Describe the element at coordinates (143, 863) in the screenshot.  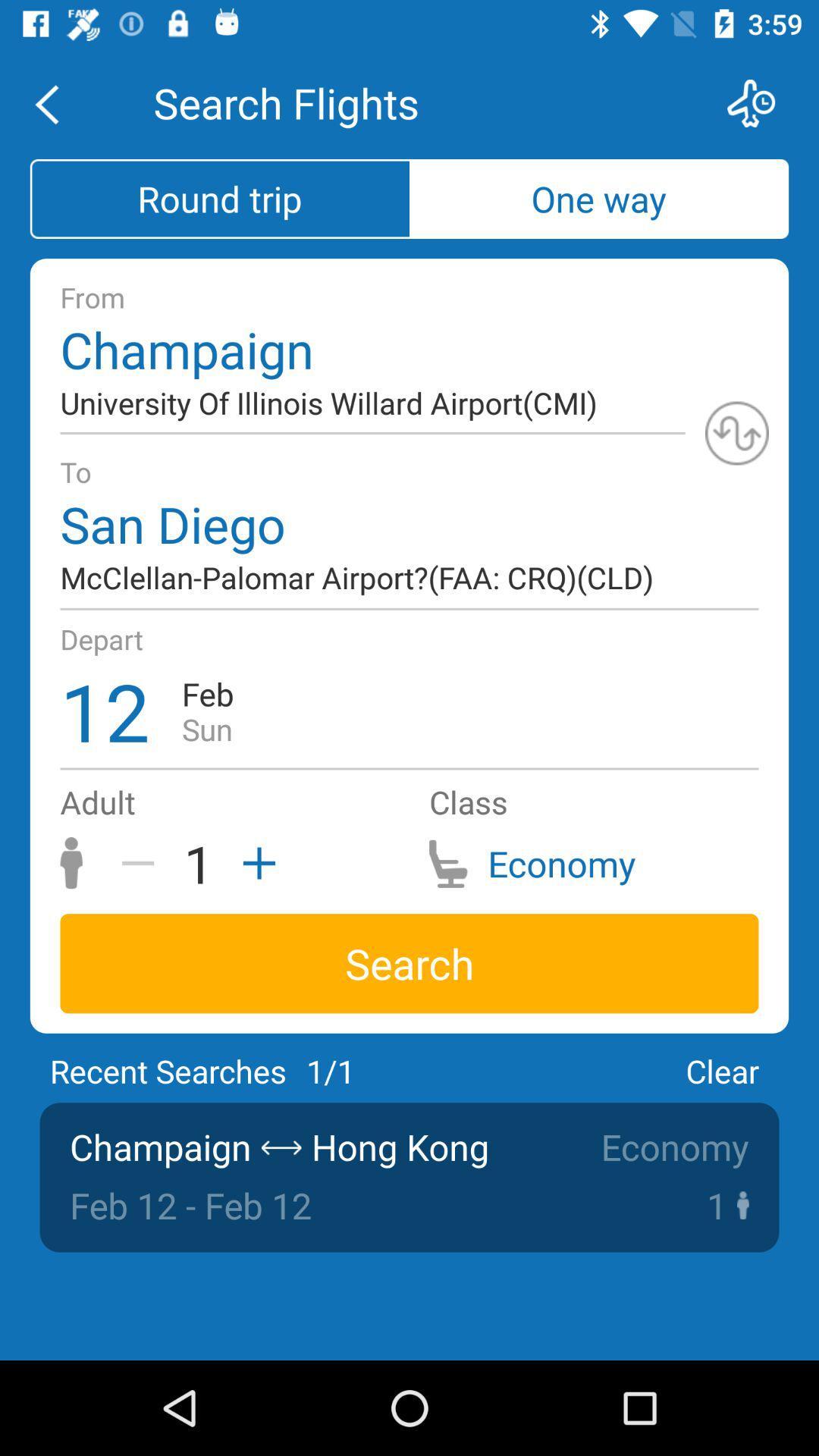
I see `the icon above search icon` at that location.